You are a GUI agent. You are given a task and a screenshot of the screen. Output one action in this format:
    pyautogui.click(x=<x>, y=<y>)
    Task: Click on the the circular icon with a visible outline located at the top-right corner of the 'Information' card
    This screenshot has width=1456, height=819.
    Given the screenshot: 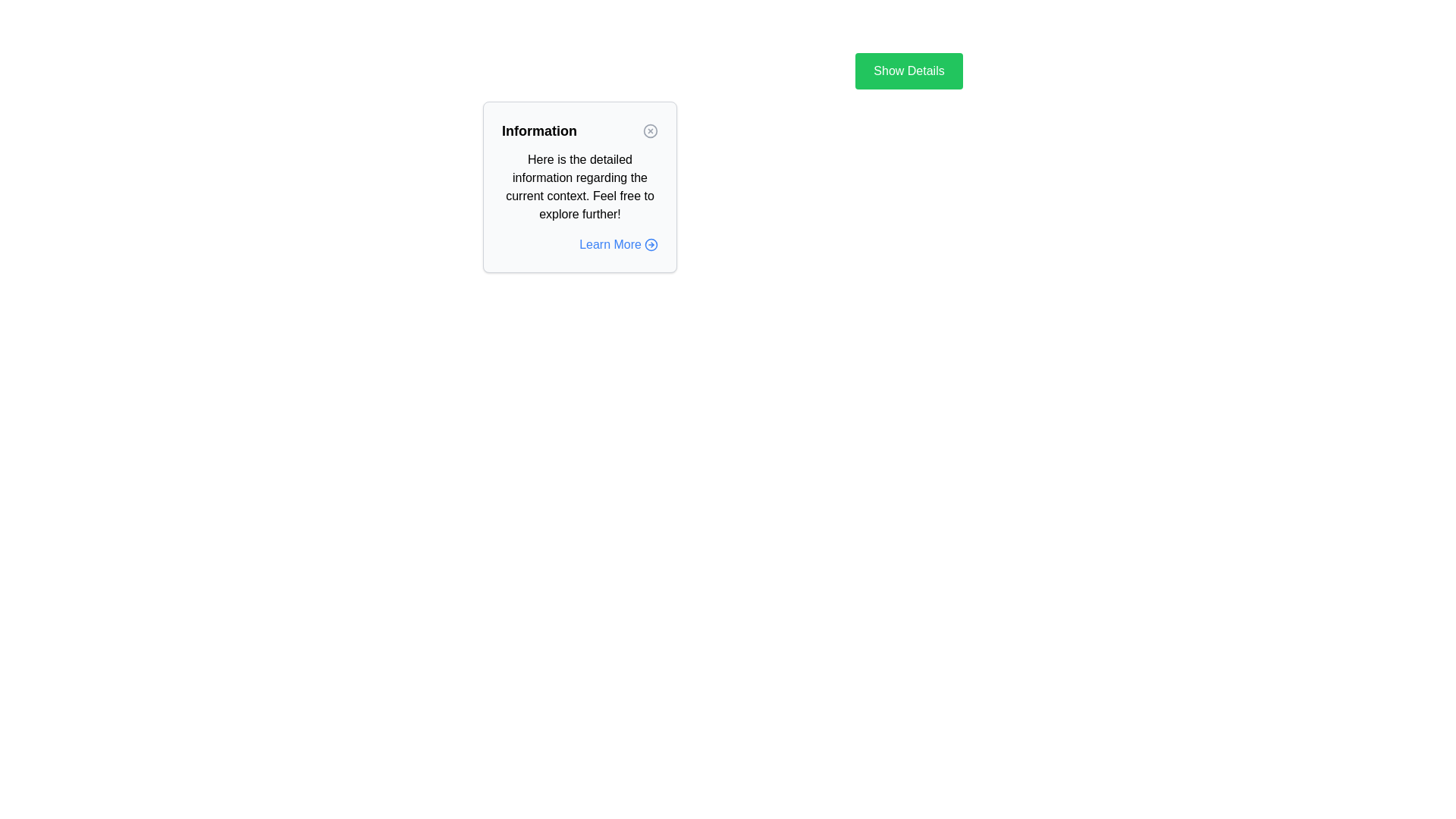 What is the action you would take?
    pyautogui.click(x=651, y=130)
    